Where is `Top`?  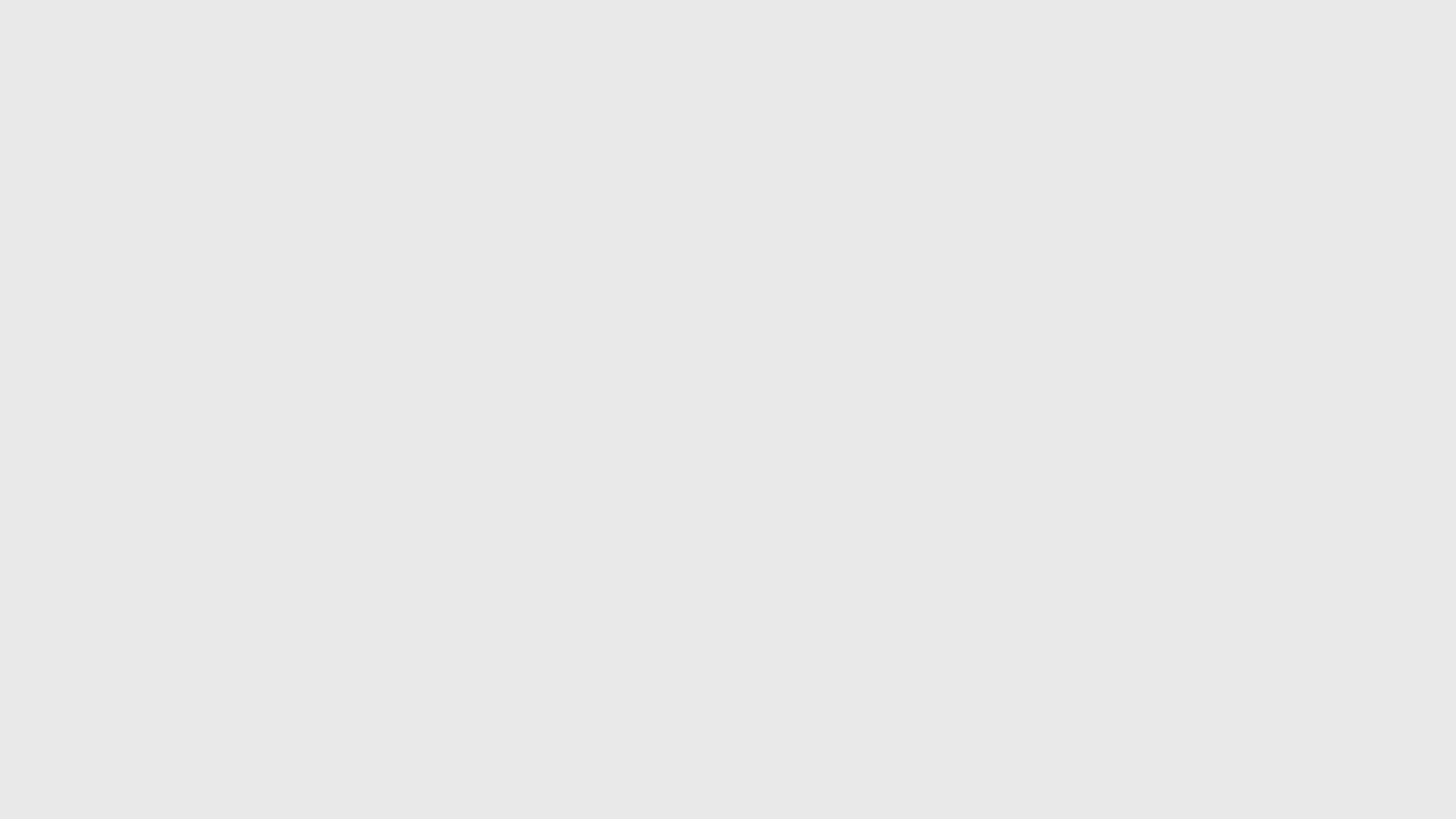 Top is located at coordinates (356, 149).